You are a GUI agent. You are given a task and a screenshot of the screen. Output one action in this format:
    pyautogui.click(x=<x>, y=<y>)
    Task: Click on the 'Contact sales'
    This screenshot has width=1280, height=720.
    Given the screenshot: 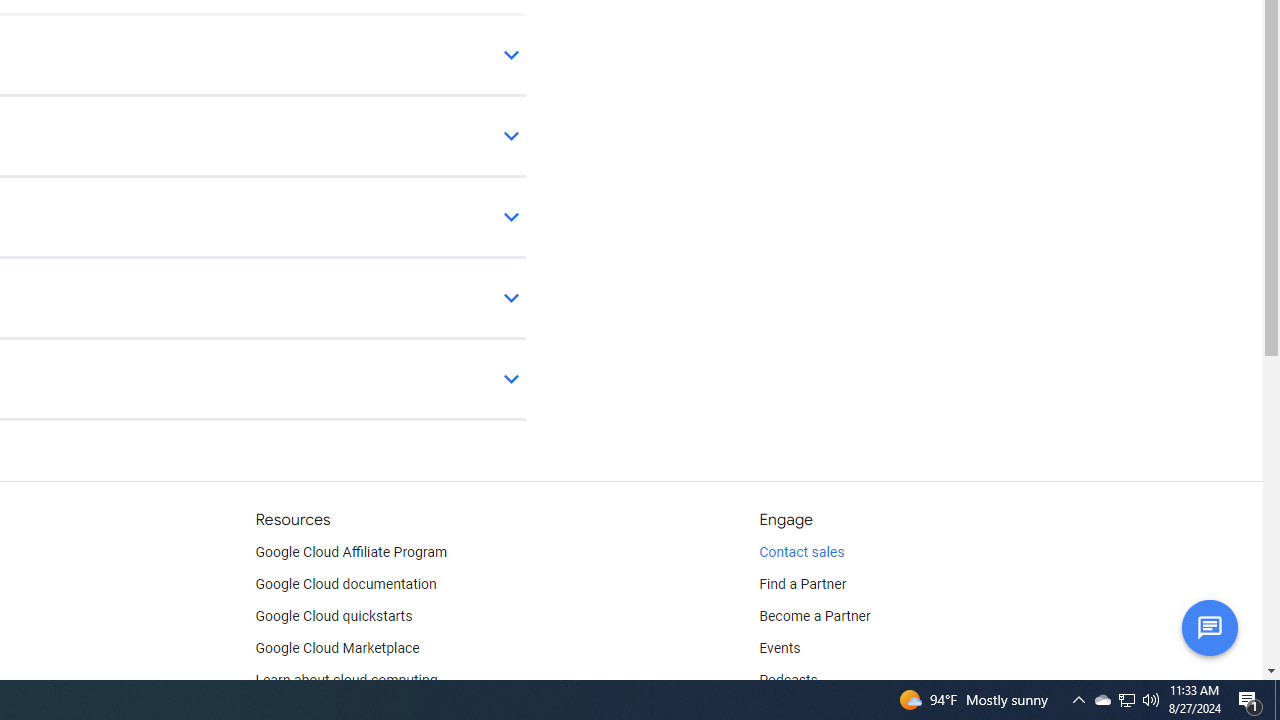 What is the action you would take?
    pyautogui.click(x=801, y=552)
    